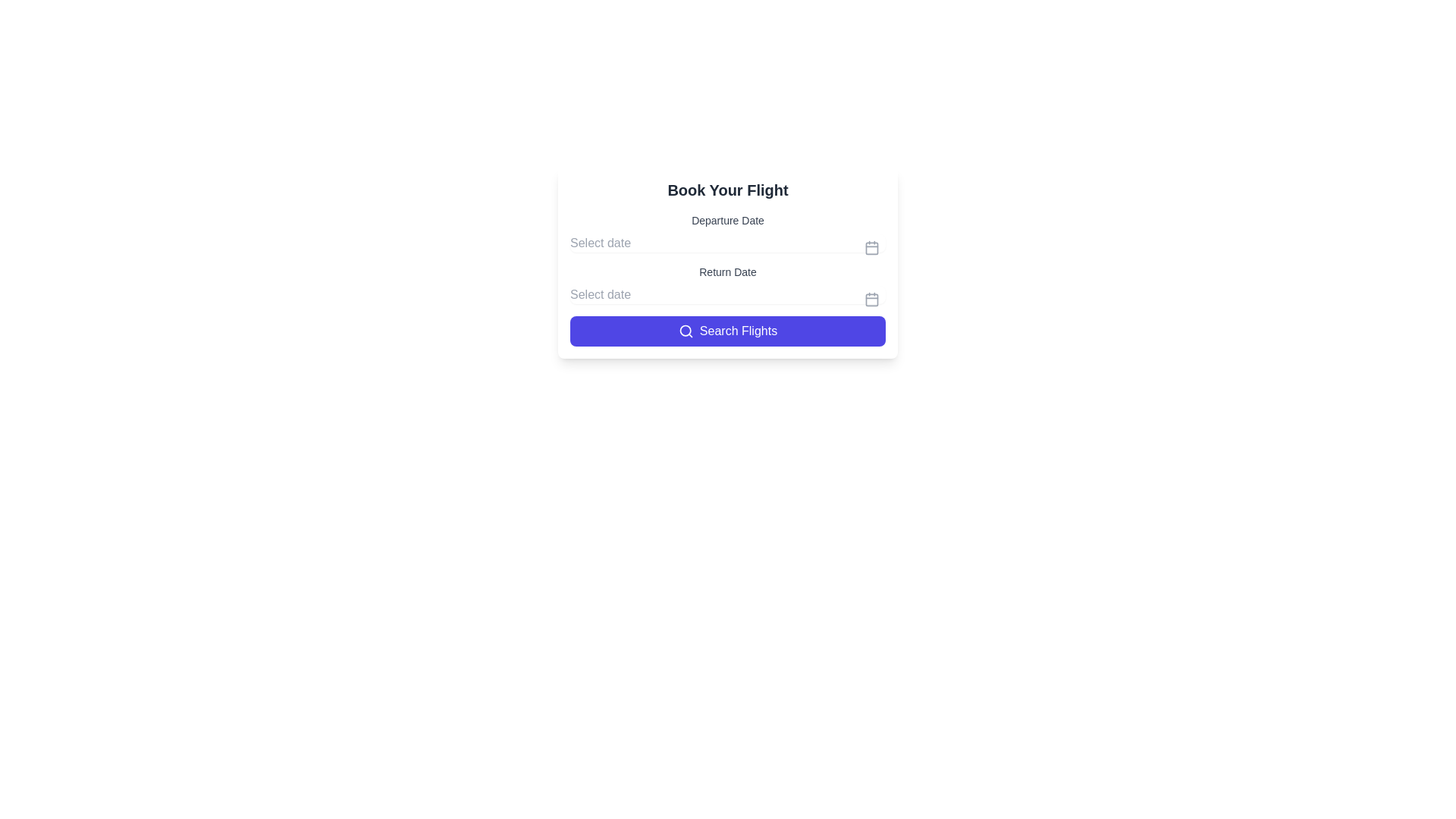  Describe the element at coordinates (684, 330) in the screenshot. I see `the inner circle of the magnifying glass` at that location.